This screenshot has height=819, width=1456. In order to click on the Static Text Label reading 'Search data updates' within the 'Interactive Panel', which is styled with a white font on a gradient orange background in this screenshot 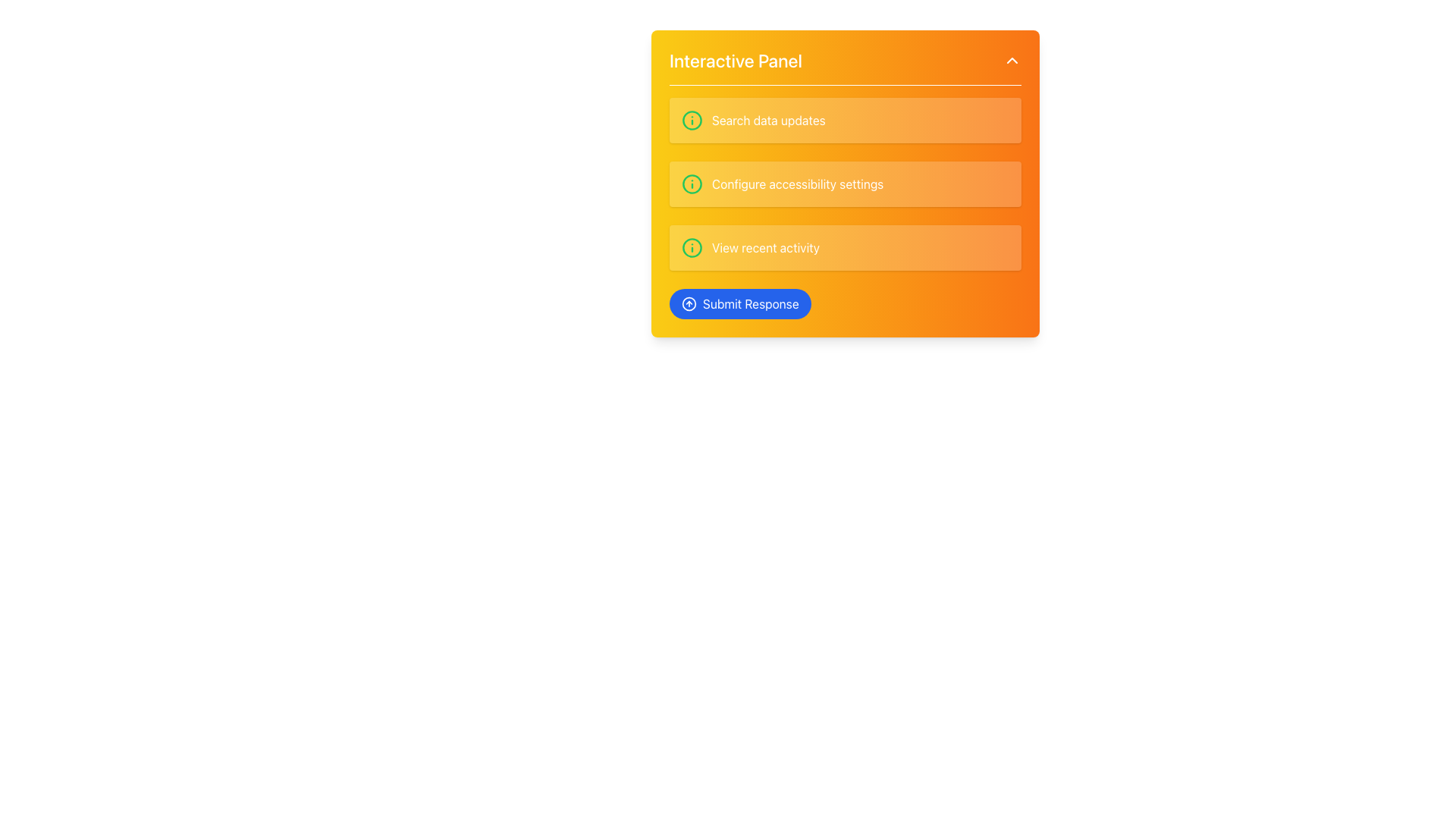, I will do `click(768, 119)`.